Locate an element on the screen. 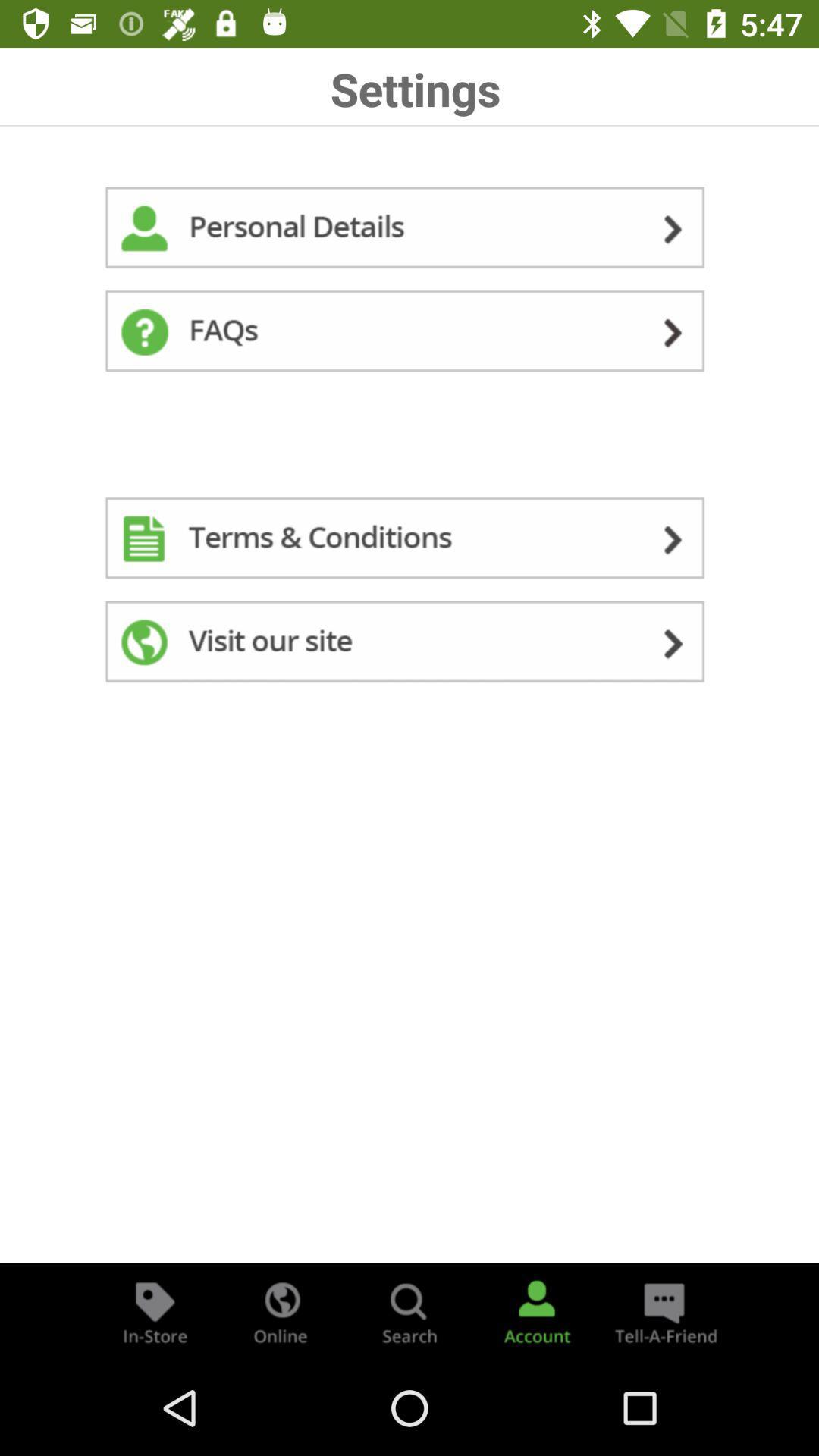 This screenshot has height=1456, width=819. visit website is located at coordinates (409, 645).